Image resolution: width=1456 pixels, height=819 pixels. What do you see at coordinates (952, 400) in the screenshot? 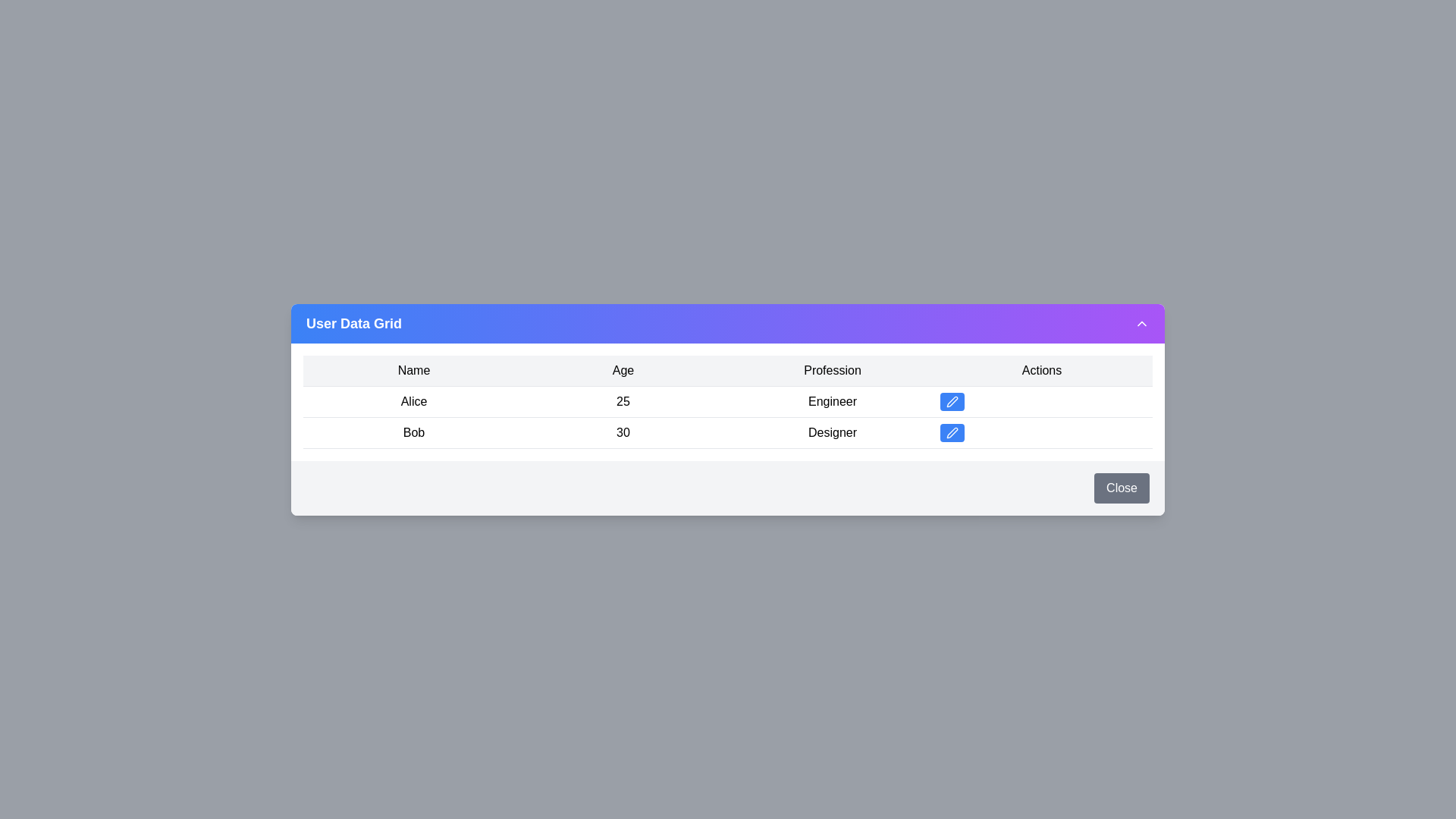
I see `the blue rectangular button with a white pen icon in the 'Actions' column for the individual 'Alice' to initiate the edit functionality` at bounding box center [952, 400].